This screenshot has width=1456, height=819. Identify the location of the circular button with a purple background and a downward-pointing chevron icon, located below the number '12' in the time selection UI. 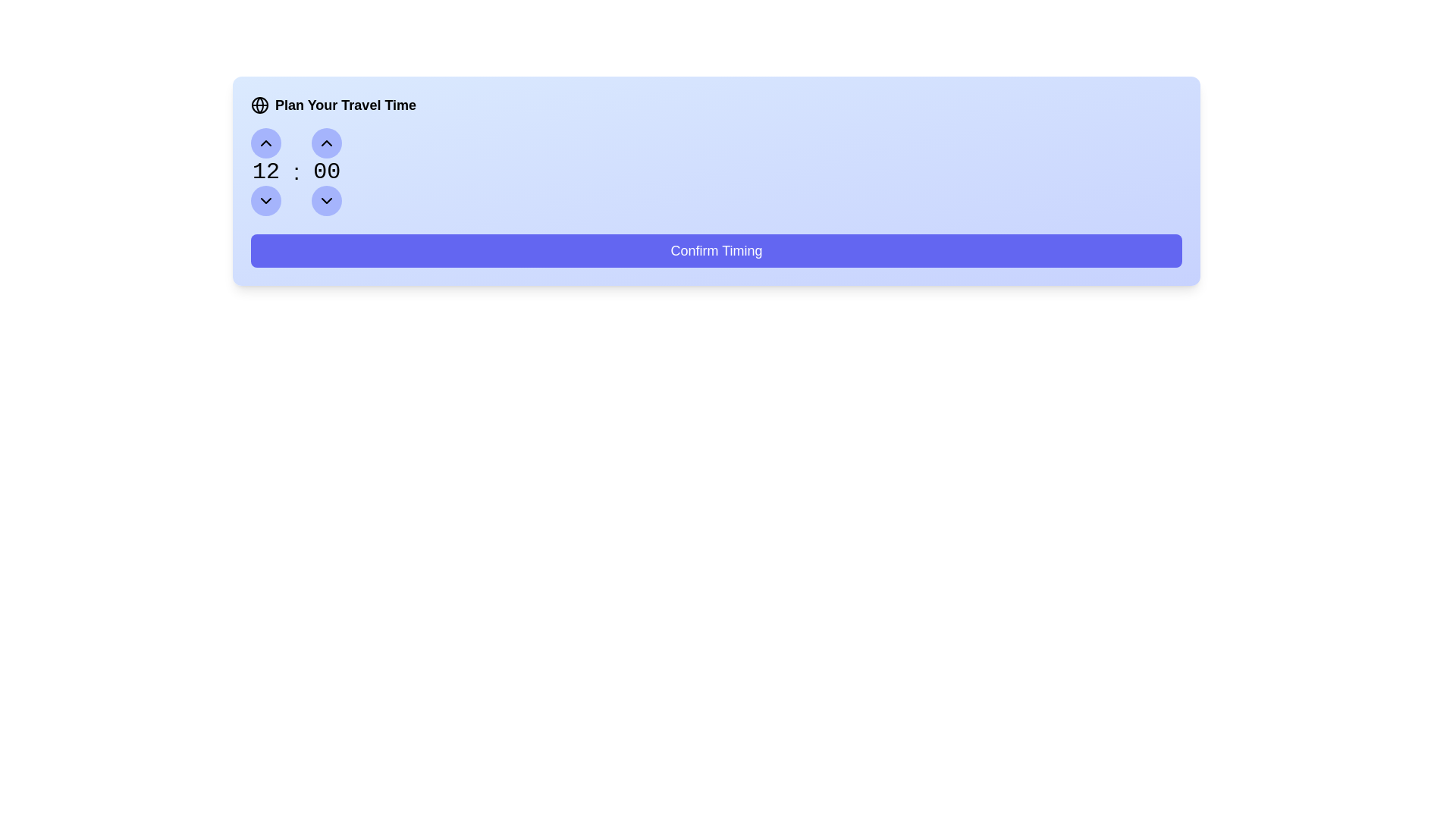
(265, 200).